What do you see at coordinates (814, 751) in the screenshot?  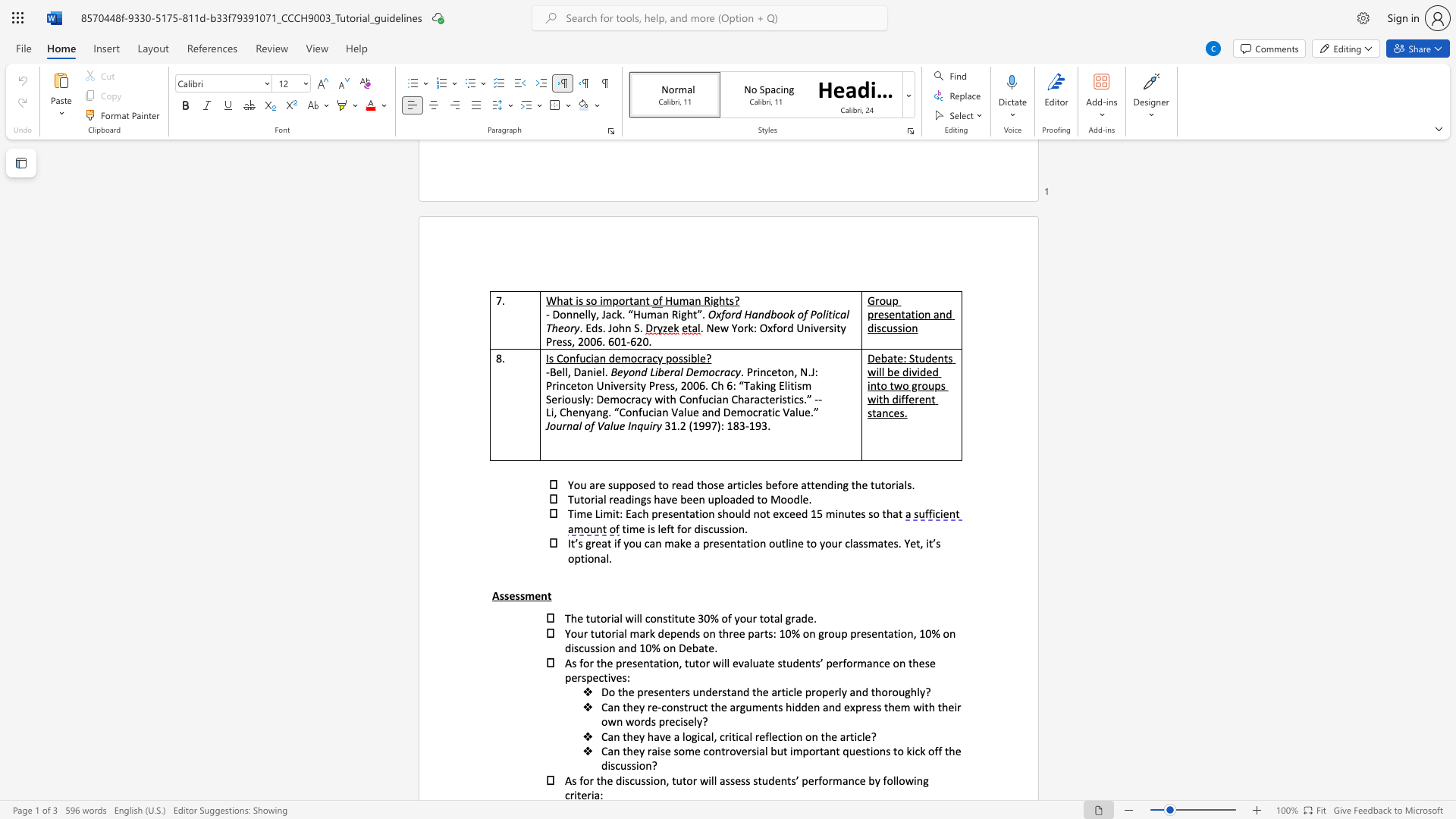 I see `the subset text "rtant questio" within the text "Can they raise some controversial but important questions to kick off the discussion?"` at bounding box center [814, 751].